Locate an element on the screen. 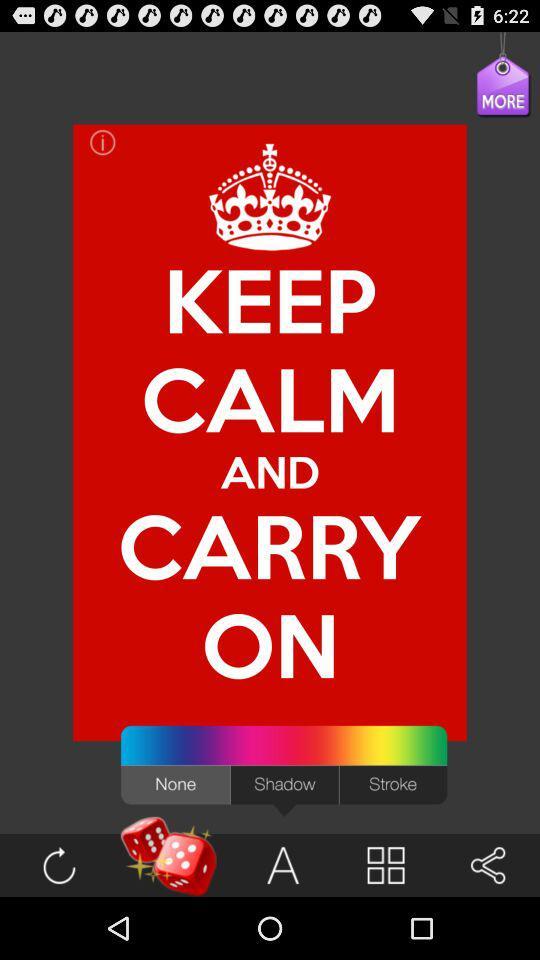 Image resolution: width=540 pixels, height=960 pixels. the book icon is located at coordinates (386, 926).